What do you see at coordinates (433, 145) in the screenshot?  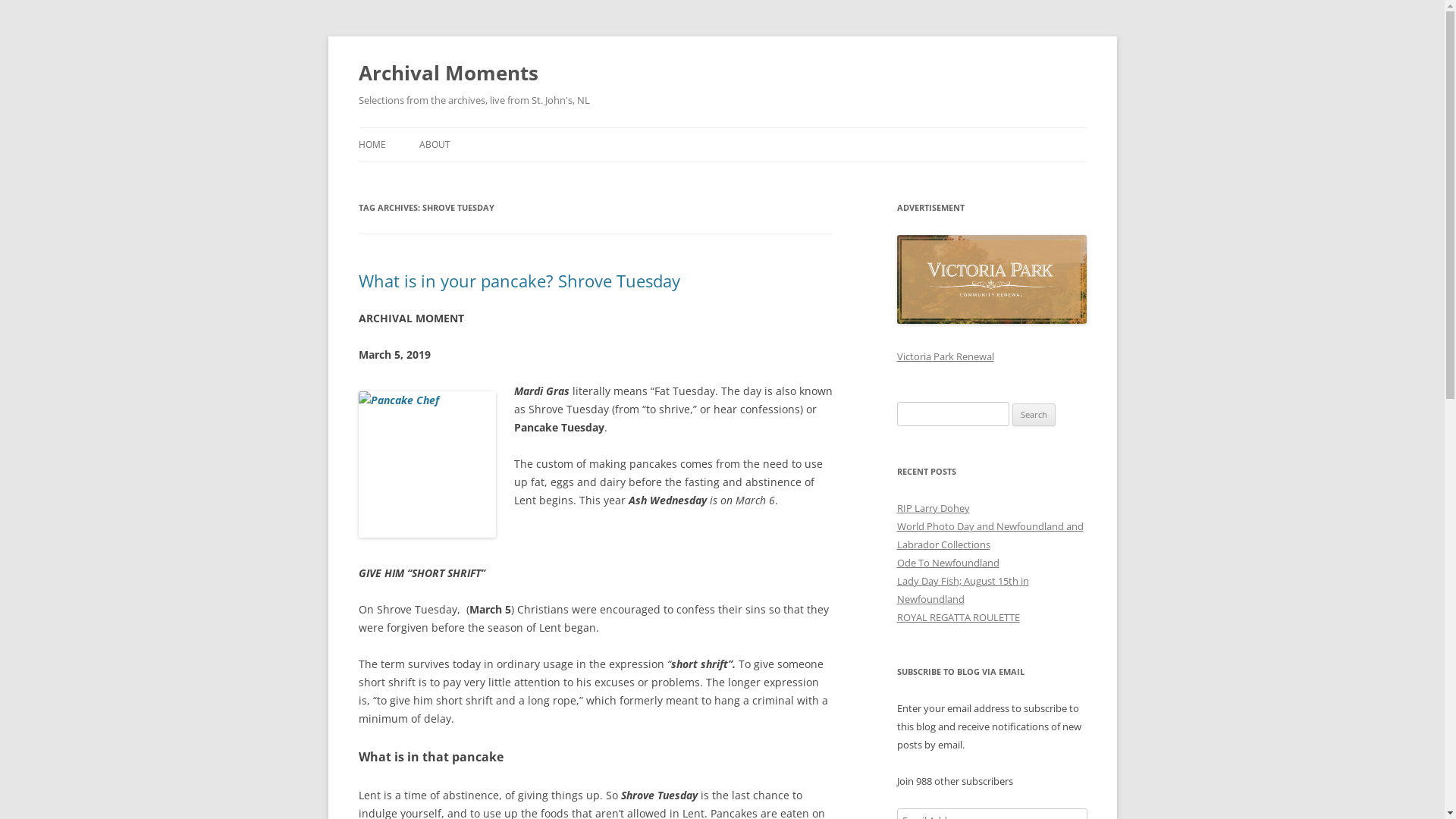 I see `'ABOUT'` at bounding box center [433, 145].